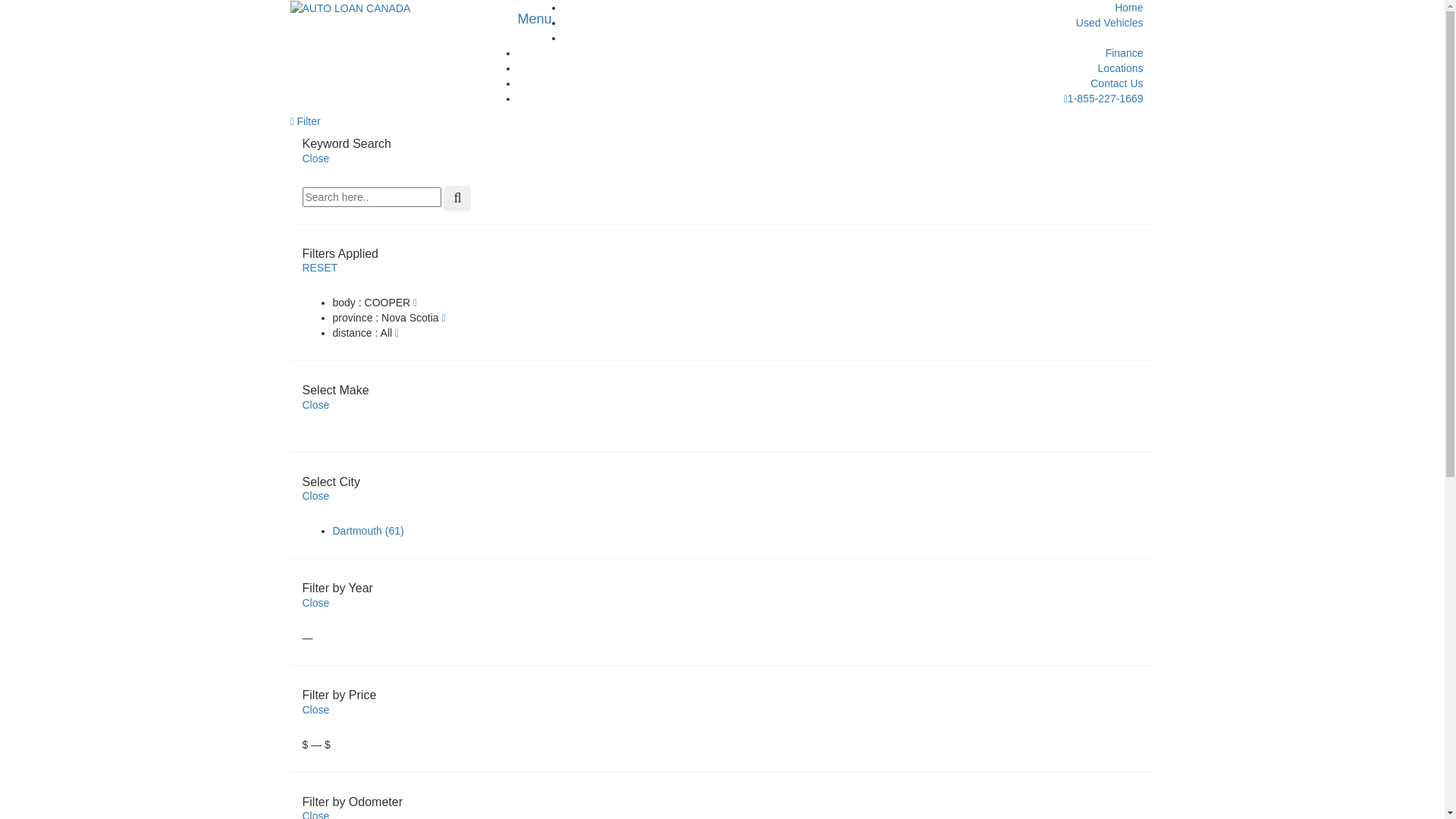 The image size is (1456, 819). Describe the element at coordinates (1103, 99) in the screenshot. I see `'1-855-227-1669'` at that location.